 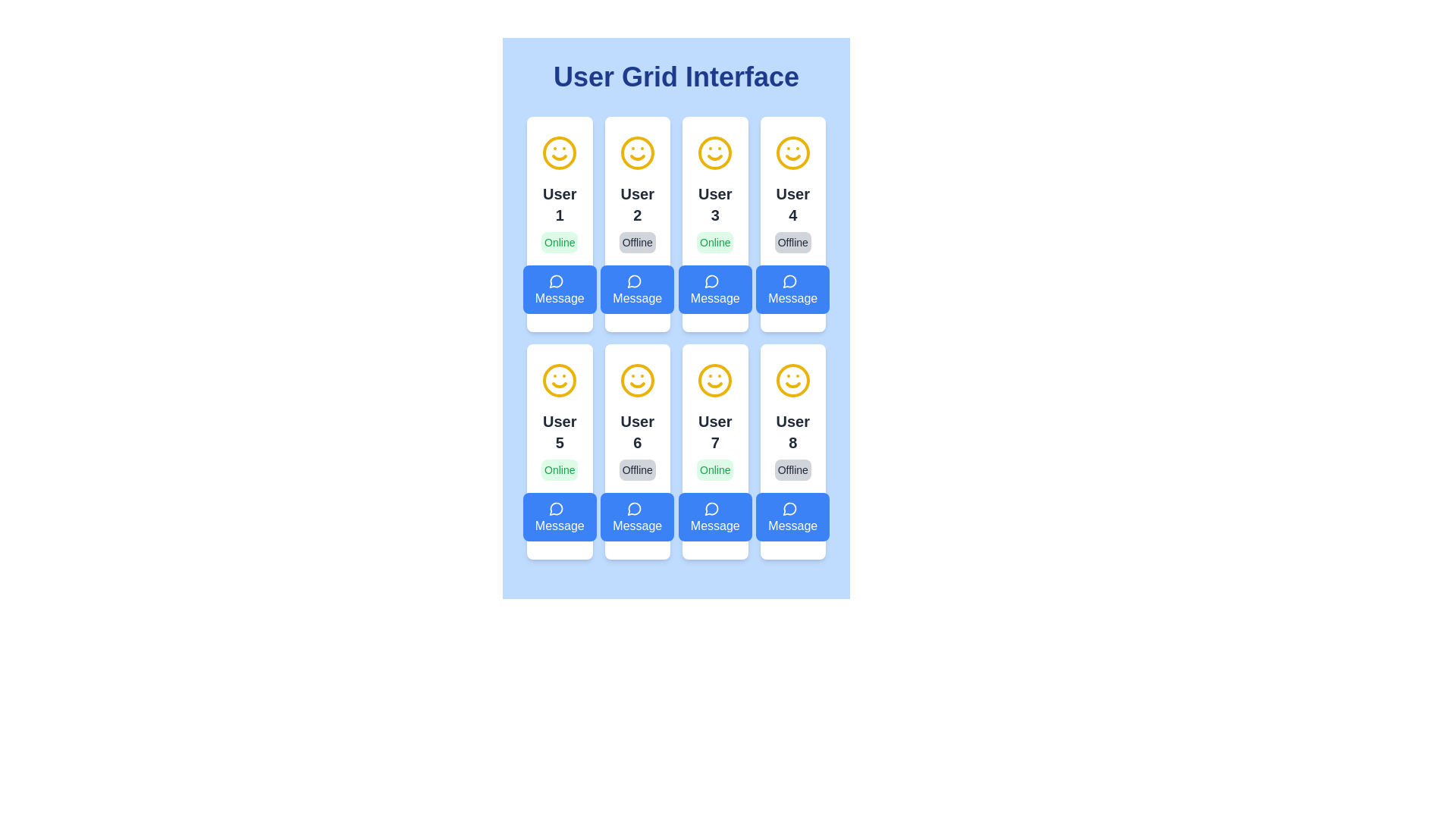 I want to click on the cheerful status icon representing 'User 5' located at the top of the card, just above the text 'User 5', so click(x=559, y=379).